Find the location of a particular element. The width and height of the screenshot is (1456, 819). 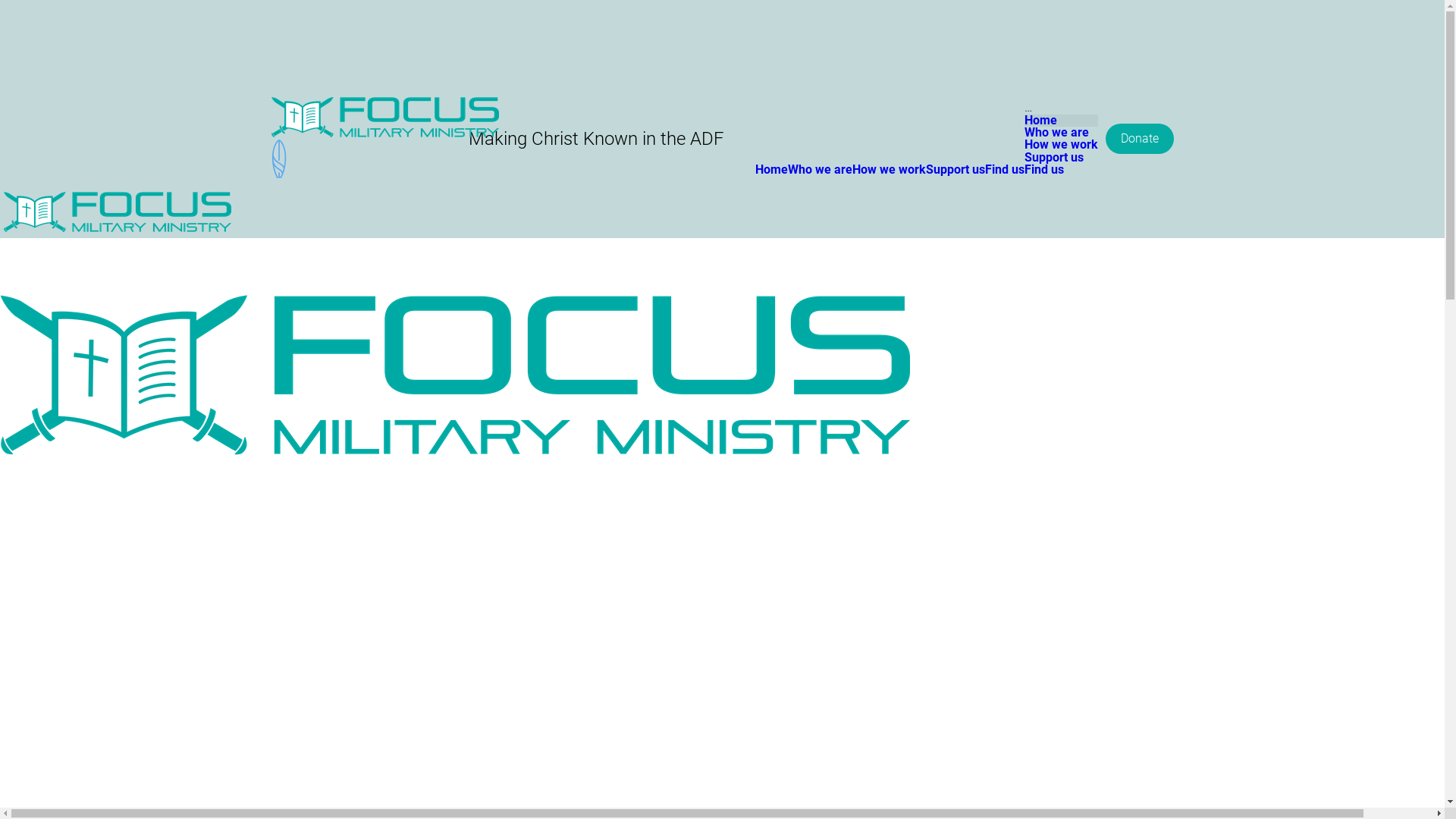

'Home' is located at coordinates (755, 169).